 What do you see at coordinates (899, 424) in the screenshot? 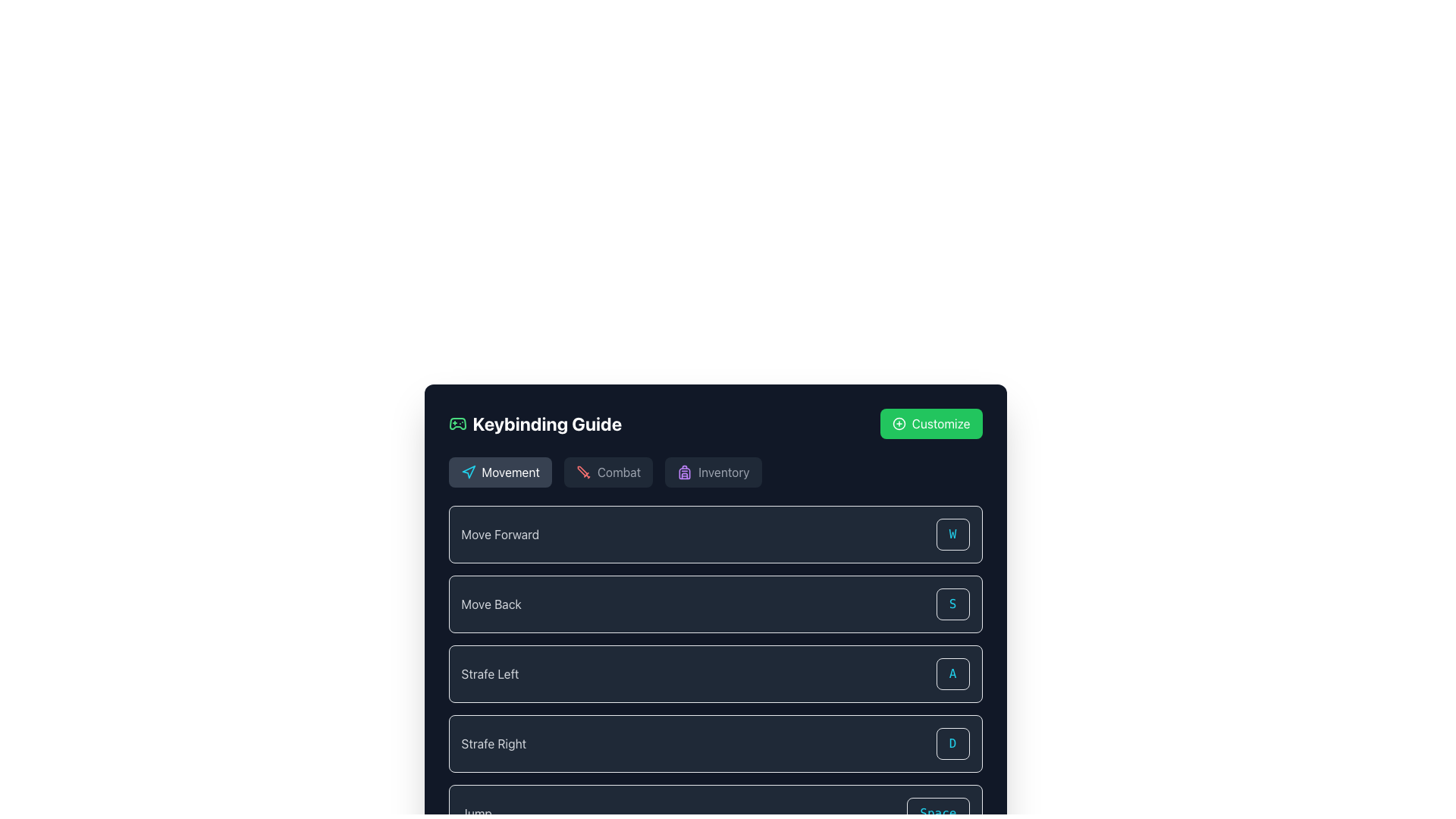
I see `the circular icon with a plus symbol located to the left of the 'Customize' text within a green rectangular button at the top-right corner of the interface` at bounding box center [899, 424].